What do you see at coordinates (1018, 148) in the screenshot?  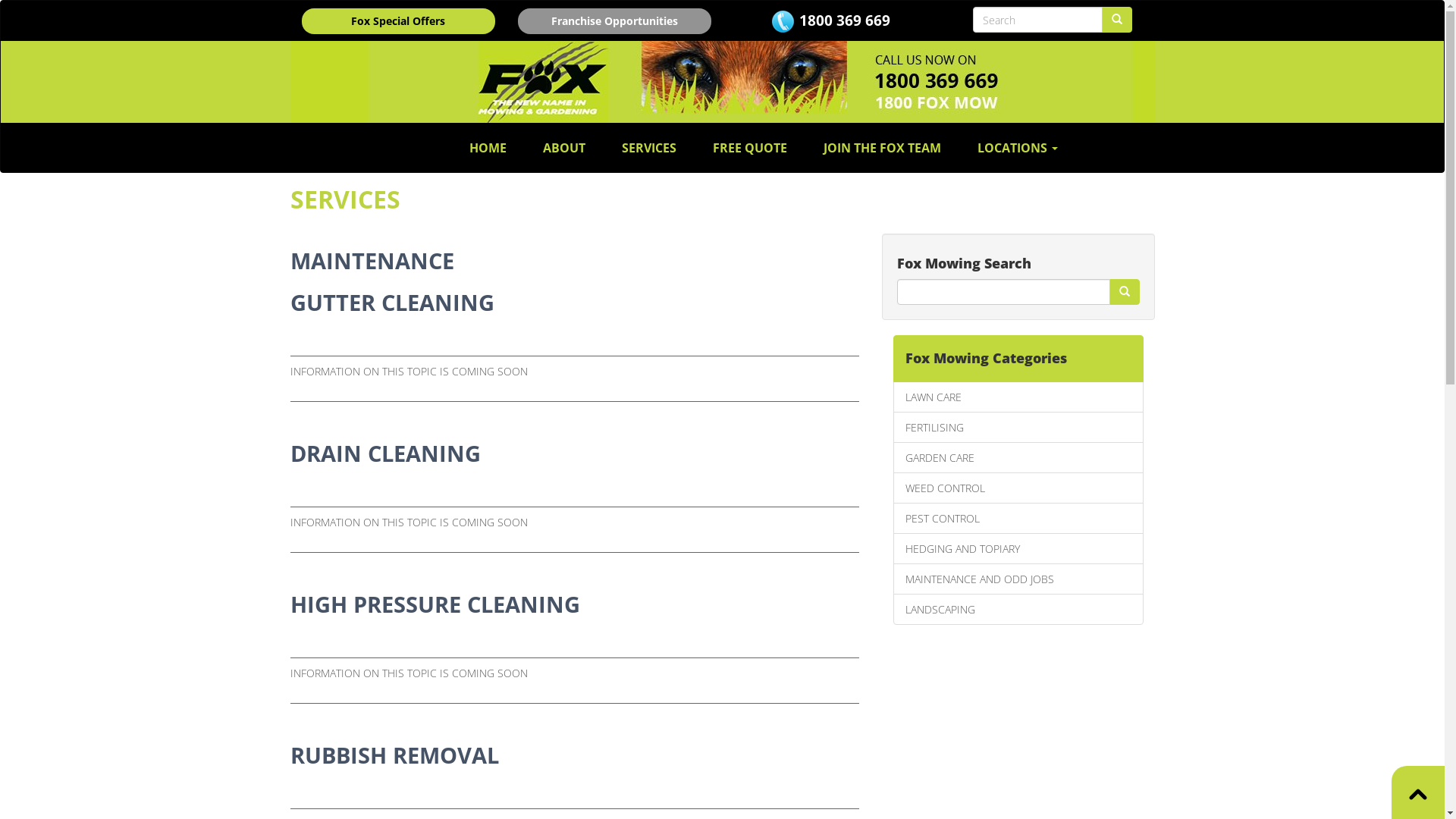 I see `'LOCATIONS'` at bounding box center [1018, 148].